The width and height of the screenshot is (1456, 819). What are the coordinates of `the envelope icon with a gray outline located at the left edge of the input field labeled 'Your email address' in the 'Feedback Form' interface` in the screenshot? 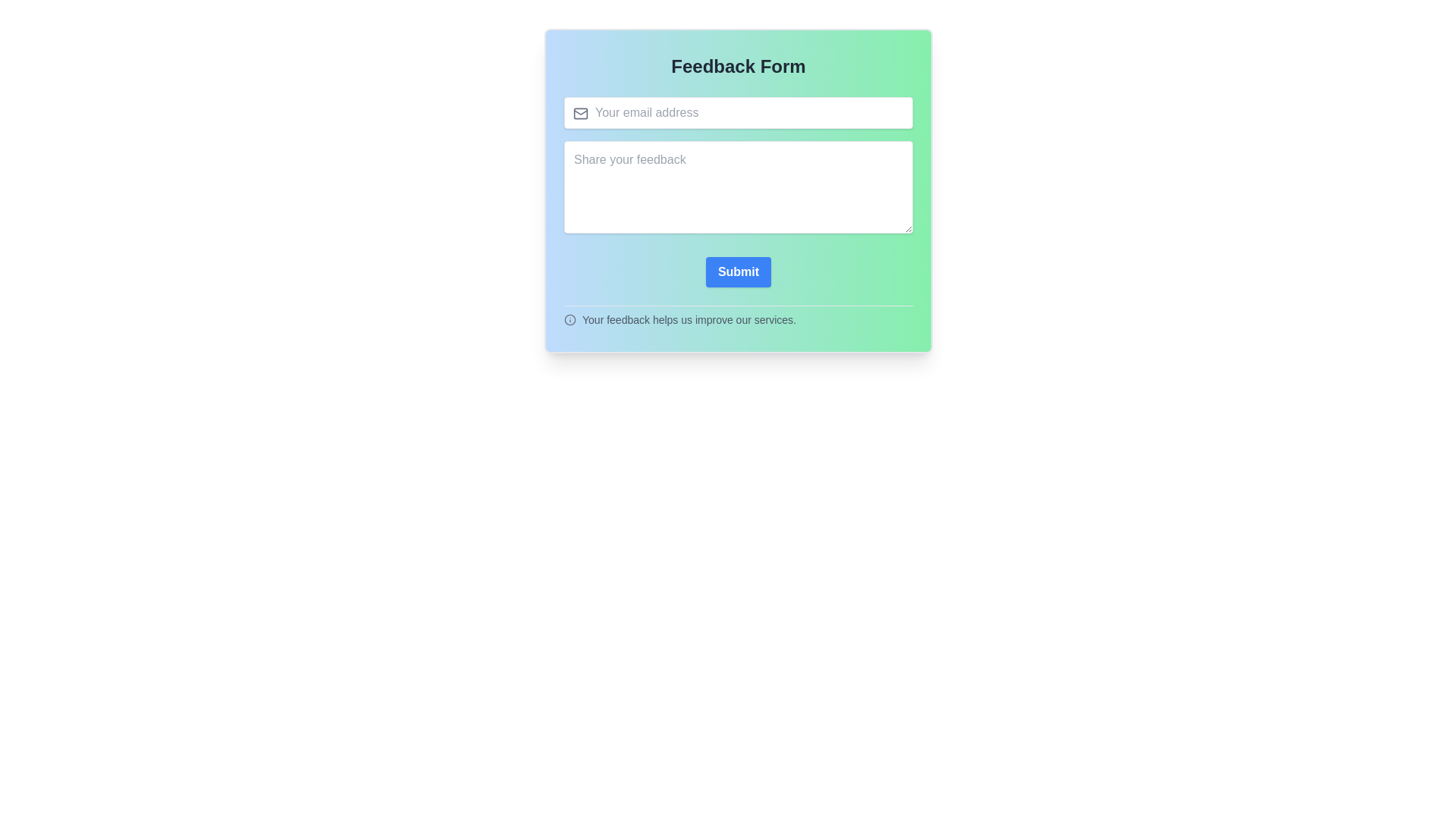 It's located at (580, 113).